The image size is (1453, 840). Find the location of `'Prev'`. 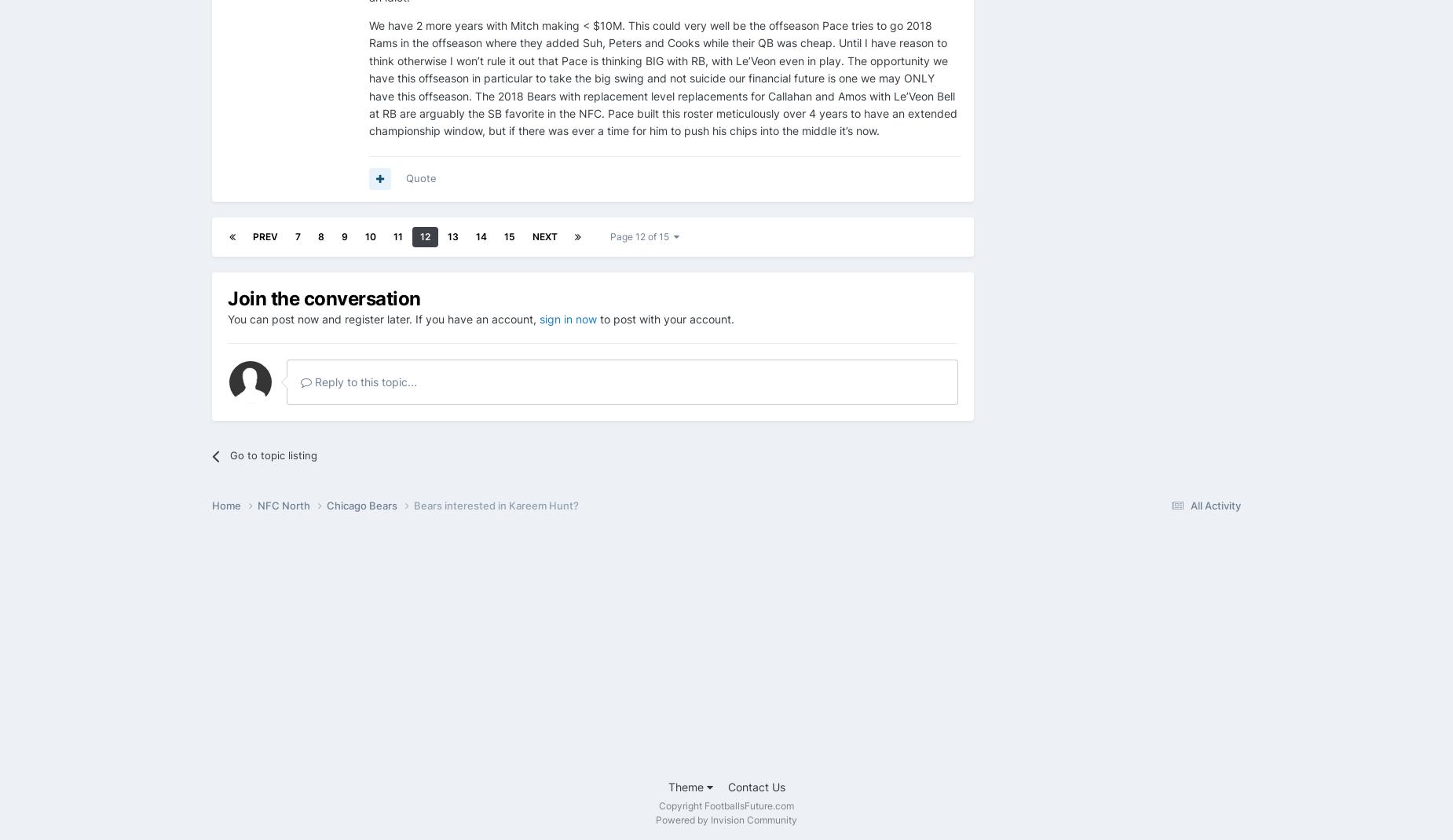

'Prev' is located at coordinates (264, 236).